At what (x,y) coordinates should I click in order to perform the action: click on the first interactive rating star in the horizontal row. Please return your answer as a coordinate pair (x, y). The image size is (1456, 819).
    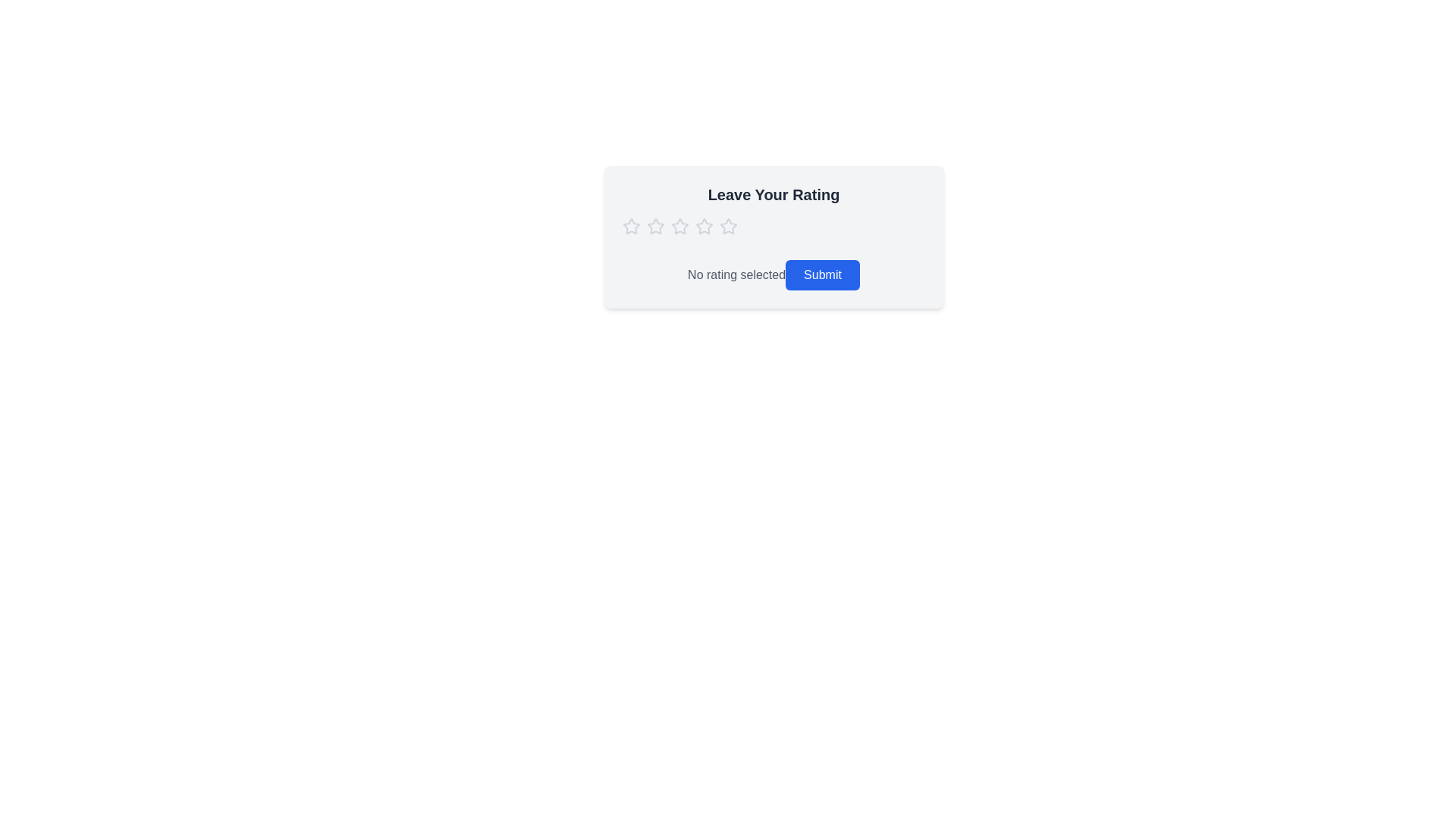
    Looking at the image, I should click on (631, 226).